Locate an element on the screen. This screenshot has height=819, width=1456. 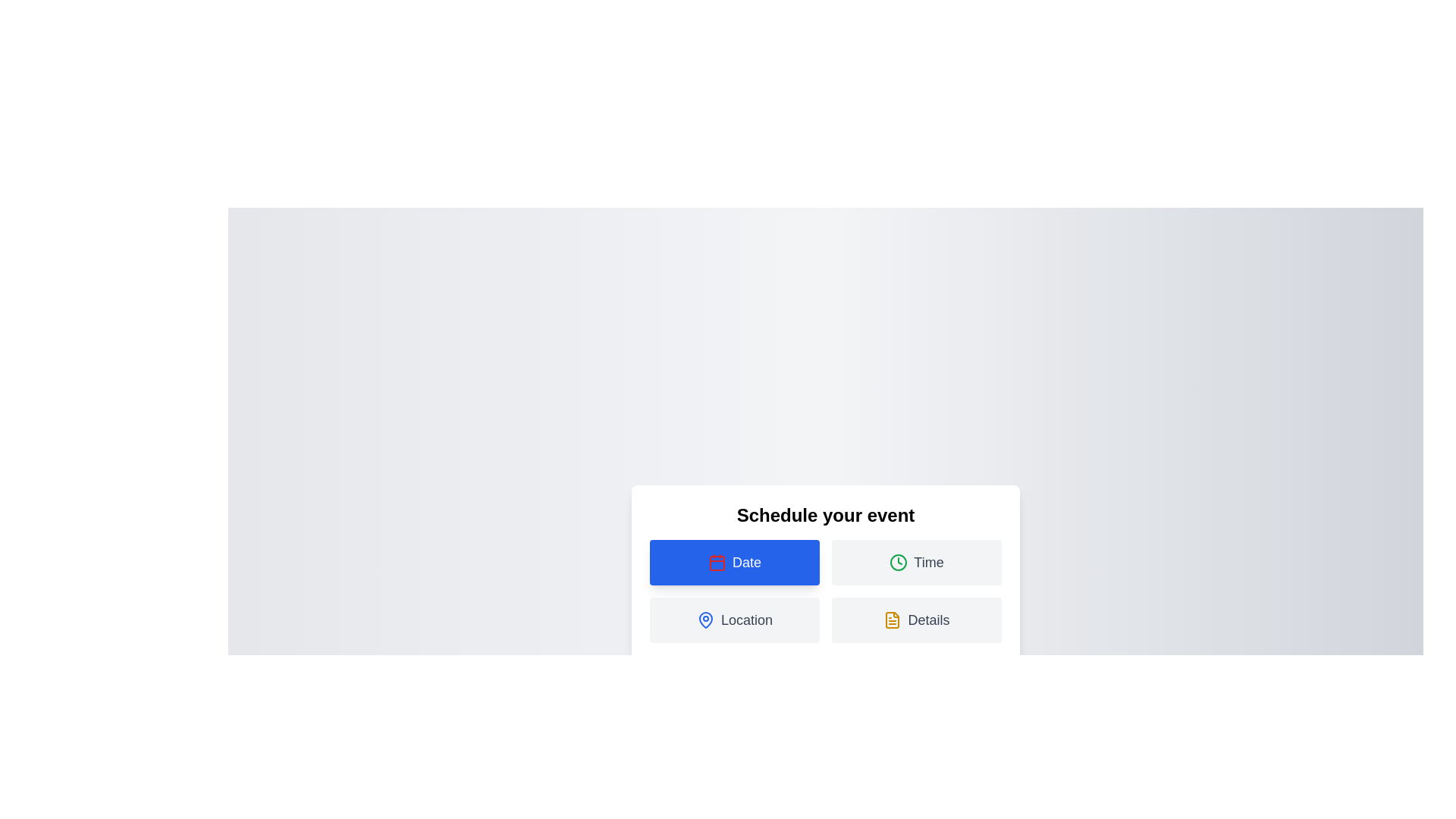
the rounded rectangle inside the calendar icon, which is part of the blue-highlighted button labeled 'Date' in the 'Schedule your event' section to trigger potential hover effects is located at coordinates (716, 563).